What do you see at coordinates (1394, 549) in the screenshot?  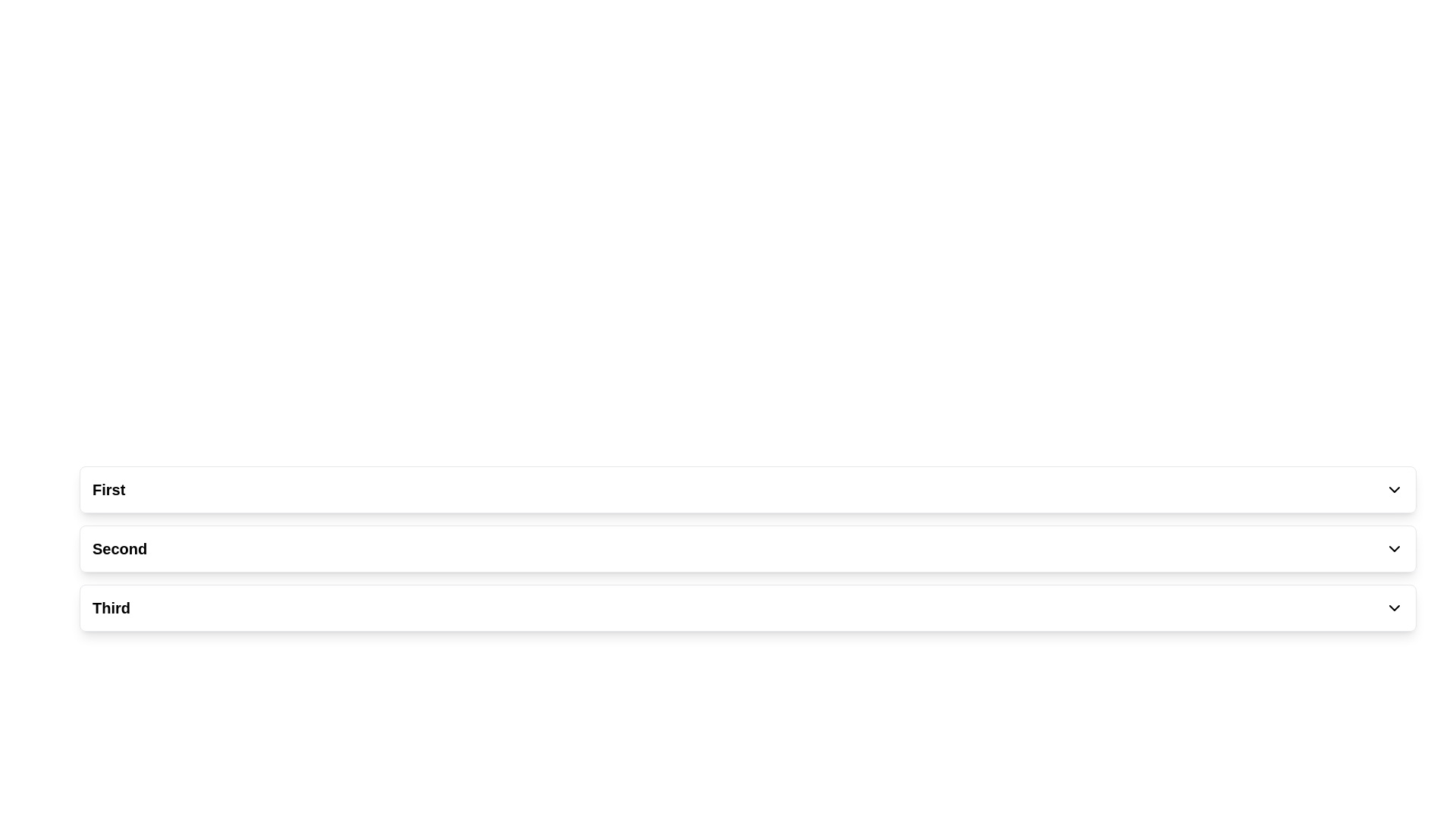 I see `the dropdown toggle button located on the right side of the 'Second' row` at bounding box center [1394, 549].